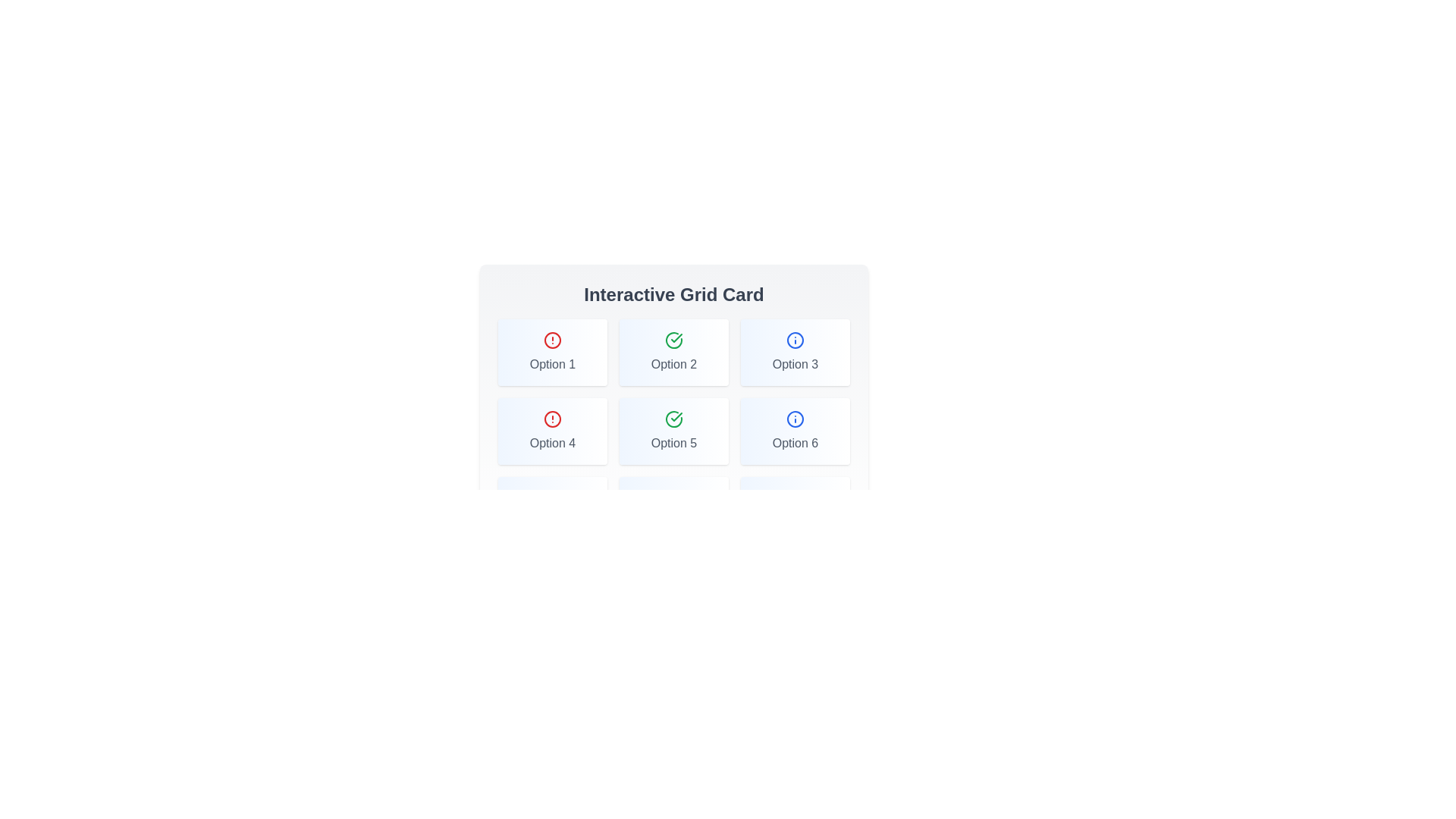 This screenshot has width=1456, height=819. Describe the element at coordinates (552, 444) in the screenshot. I see `text label displaying 'Option 4' located at the bottom-center of the fourth card in the grid` at that location.